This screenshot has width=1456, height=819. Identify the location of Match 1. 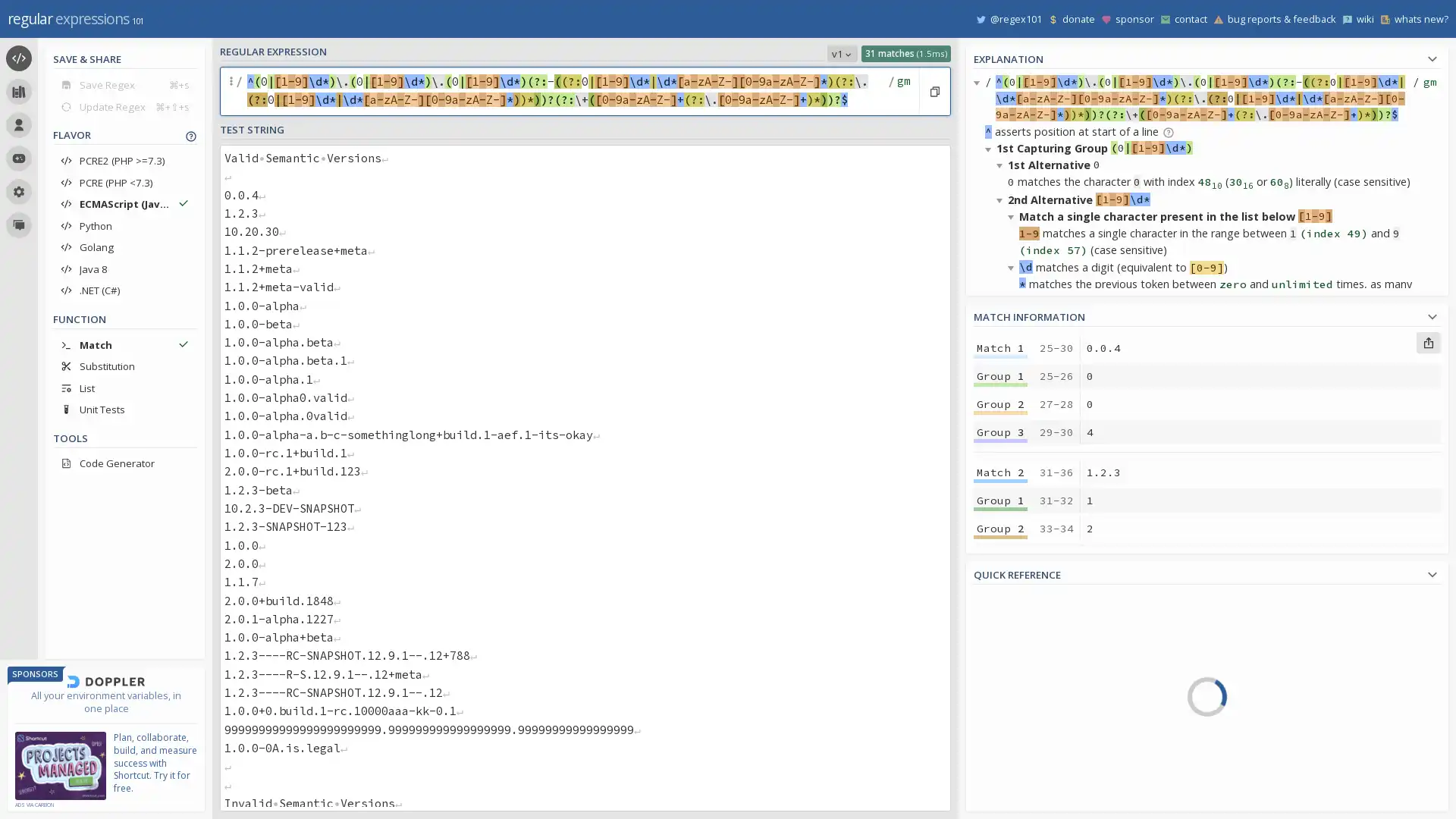
(1000, 348).